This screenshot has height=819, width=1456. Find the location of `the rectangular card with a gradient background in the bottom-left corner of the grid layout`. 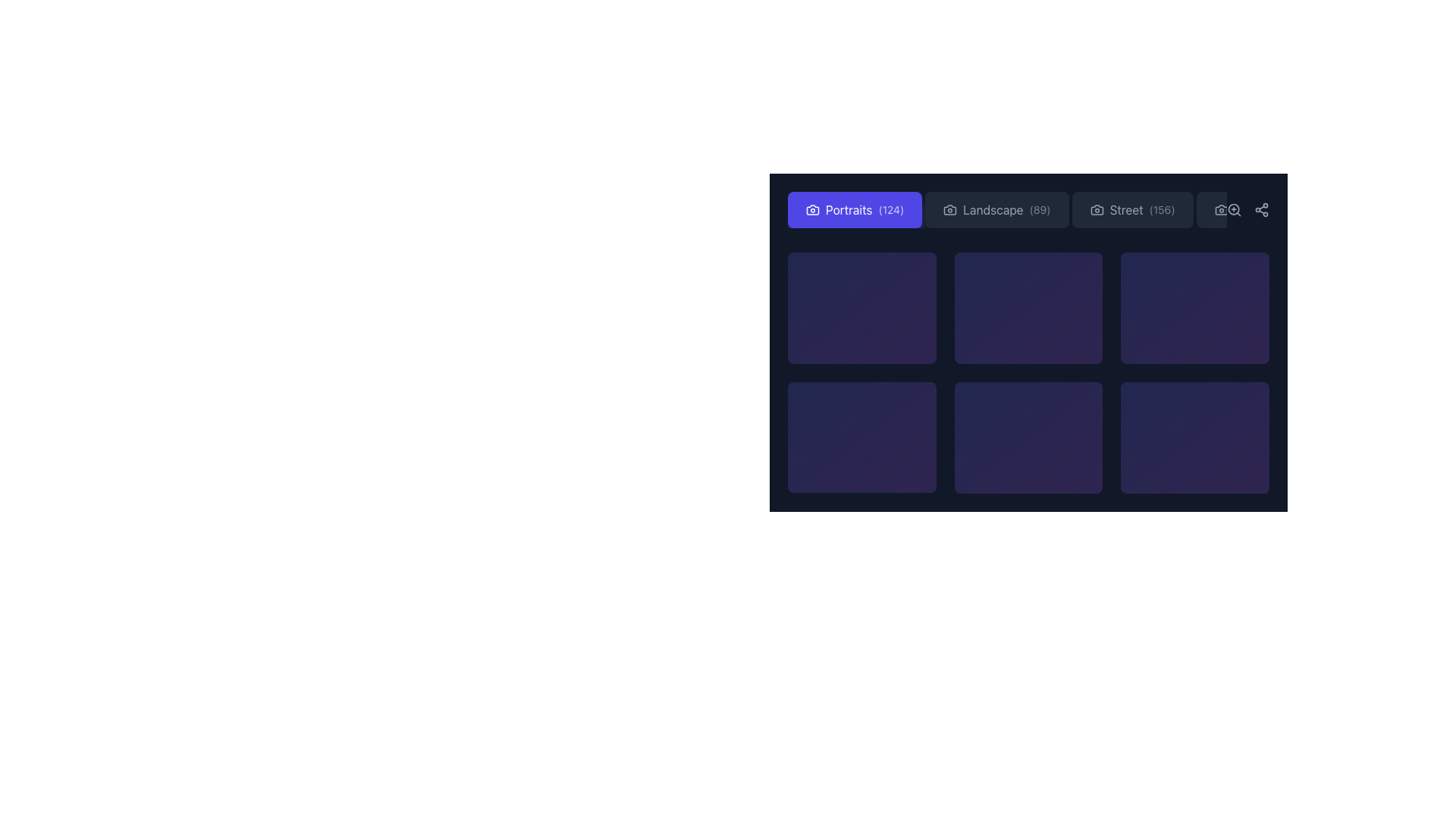

the rectangular card with a gradient background in the bottom-left corner of the grid layout is located at coordinates (861, 438).